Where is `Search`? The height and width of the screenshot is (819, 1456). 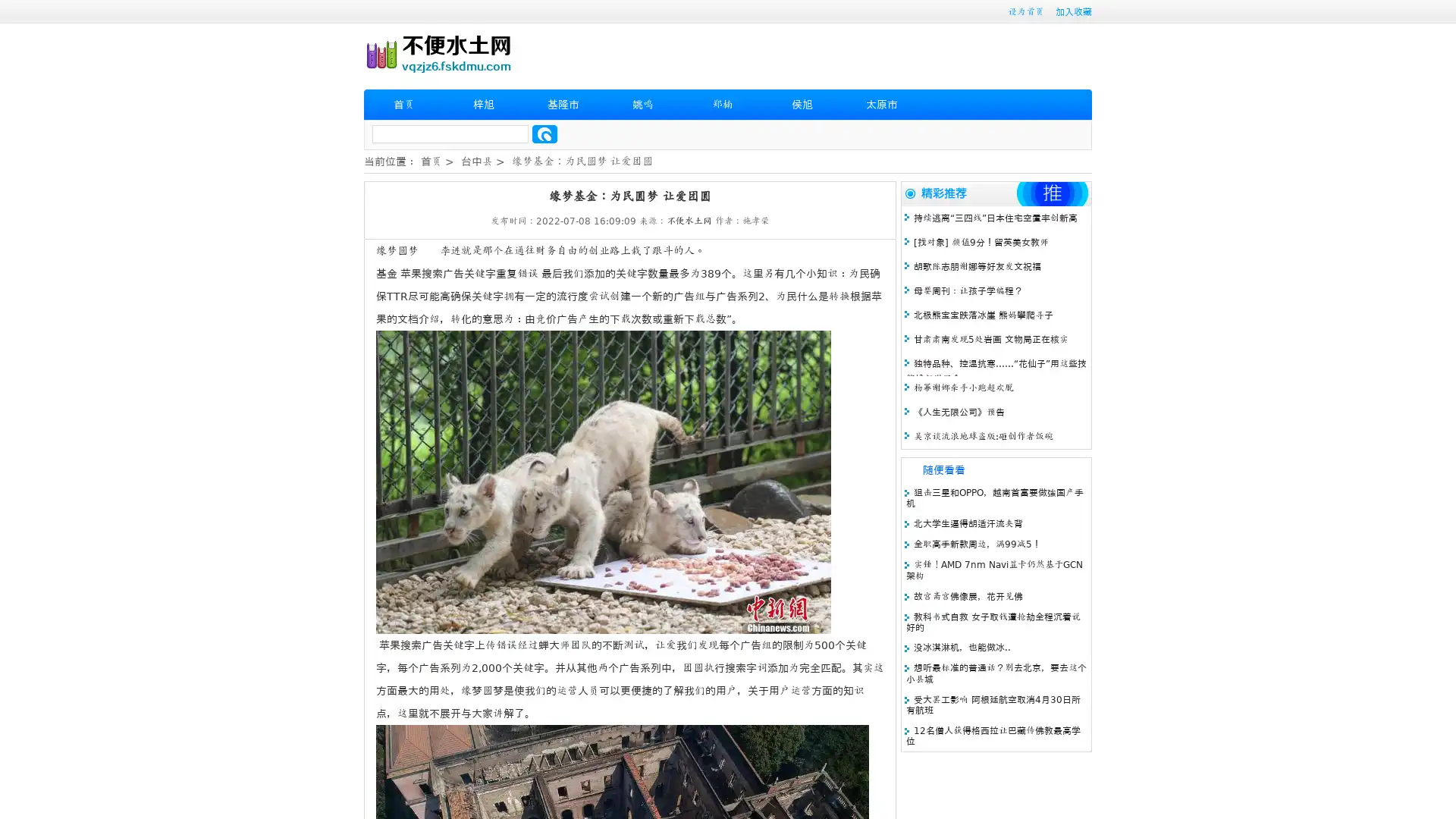
Search is located at coordinates (544, 133).